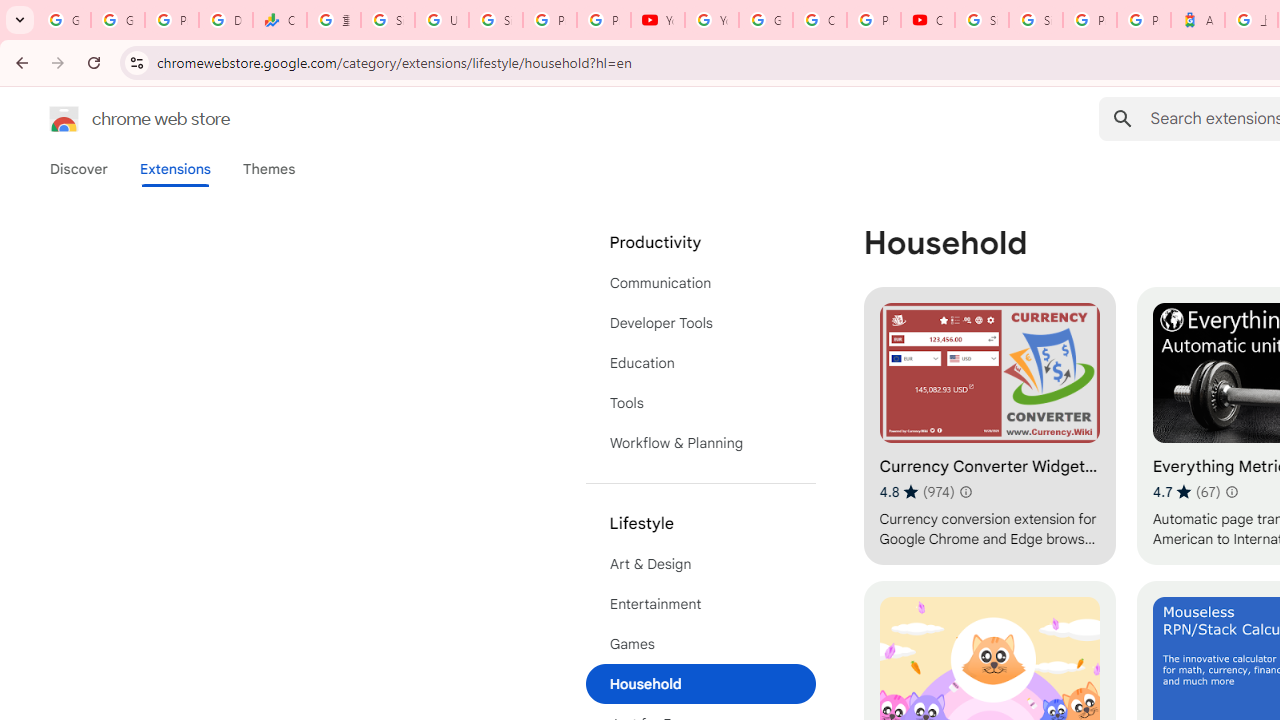  What do you see at coordinates (64, 119) in the screenshot?
I see `'Chrome Web Store logo'` at bounding box center [64, 119].